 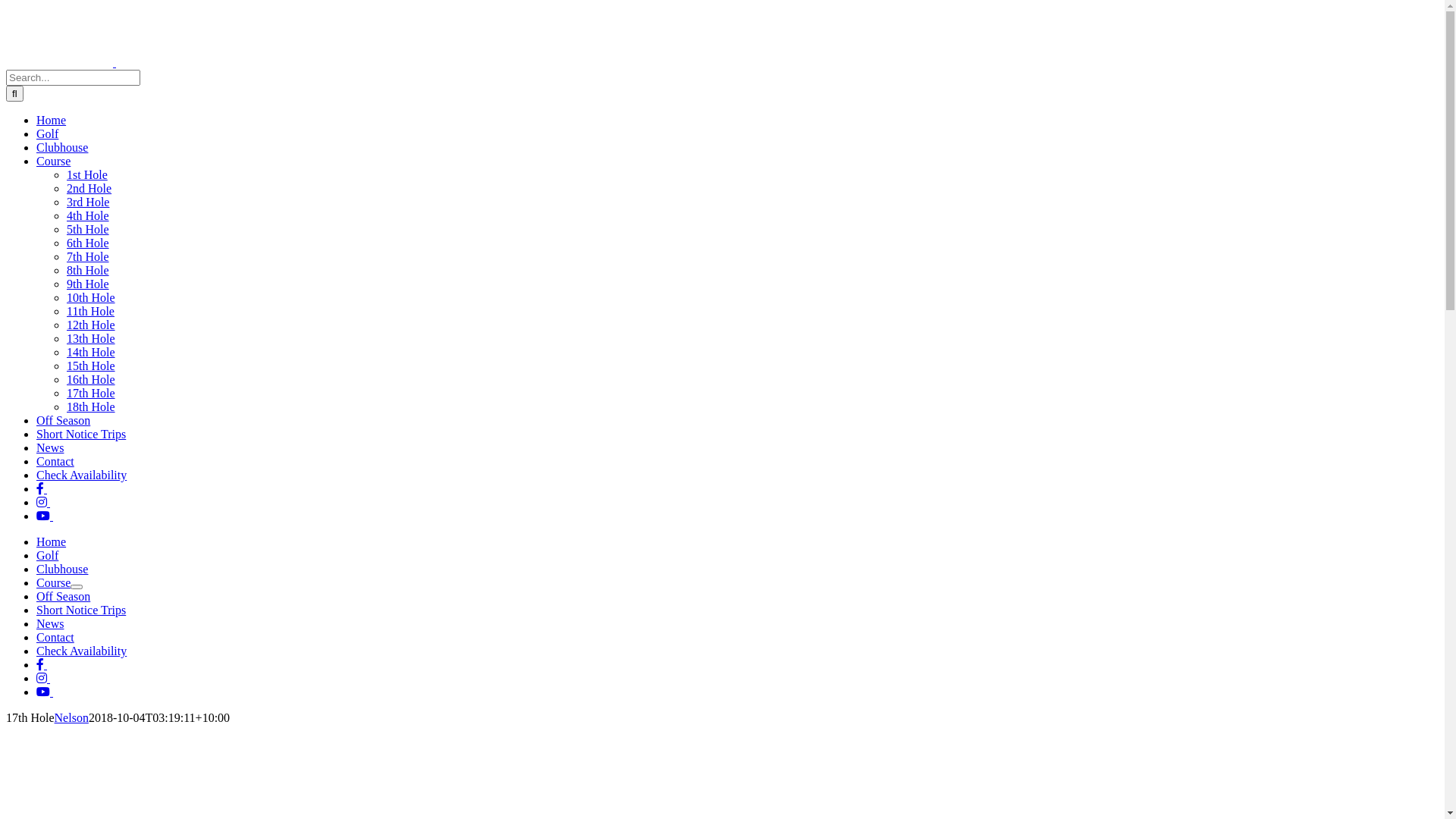 I want to click on 'Skip to content', so click(x=5, y=5).